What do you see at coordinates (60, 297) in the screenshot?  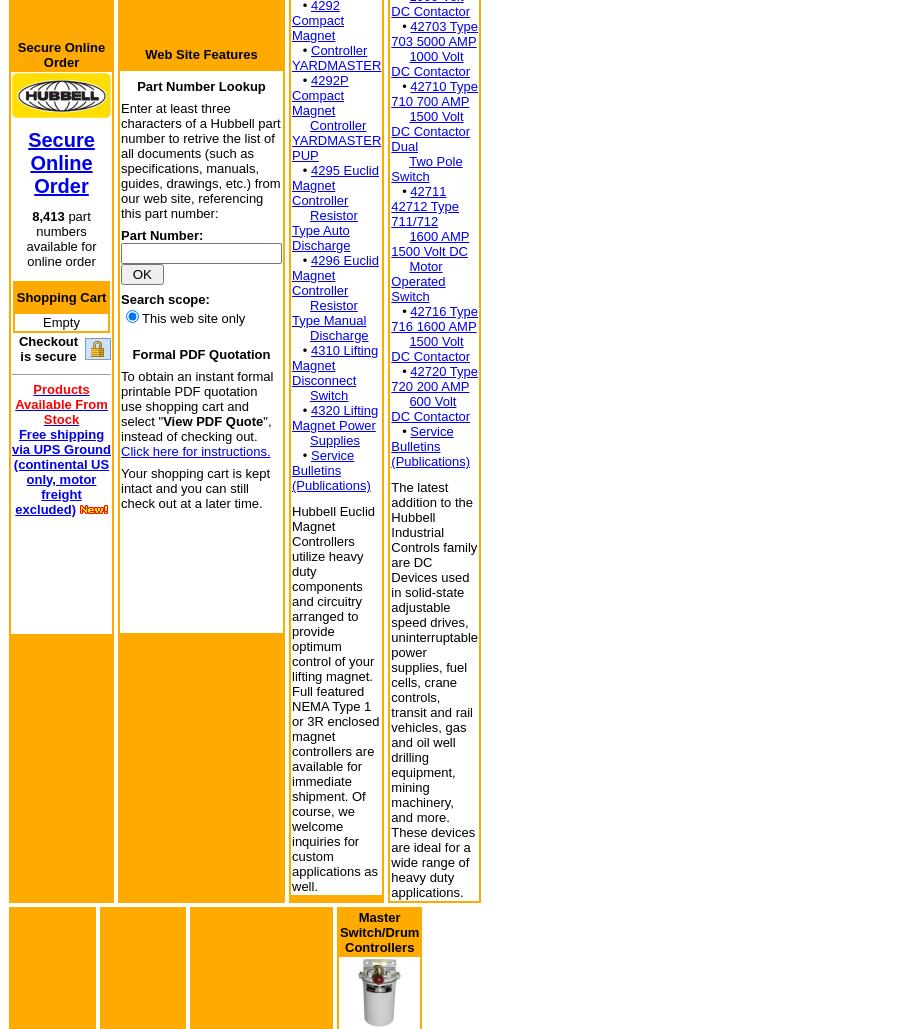 I see `'Shopping Cart'` at bounding box center [60, 297].